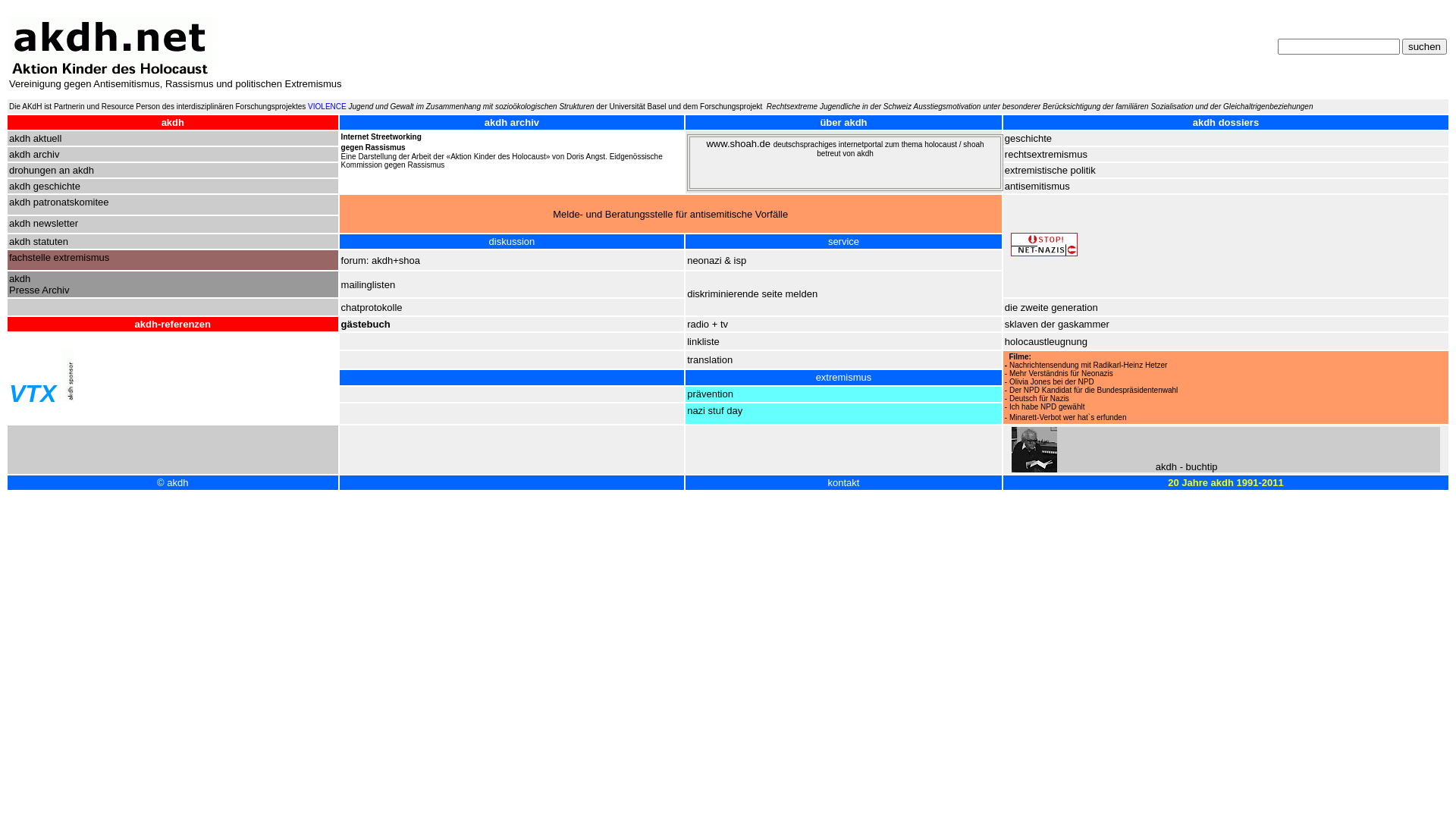  Describe the element at coordinates (1004, 340) in the screenshot. I see `'holocaustleugnung'` at that location.